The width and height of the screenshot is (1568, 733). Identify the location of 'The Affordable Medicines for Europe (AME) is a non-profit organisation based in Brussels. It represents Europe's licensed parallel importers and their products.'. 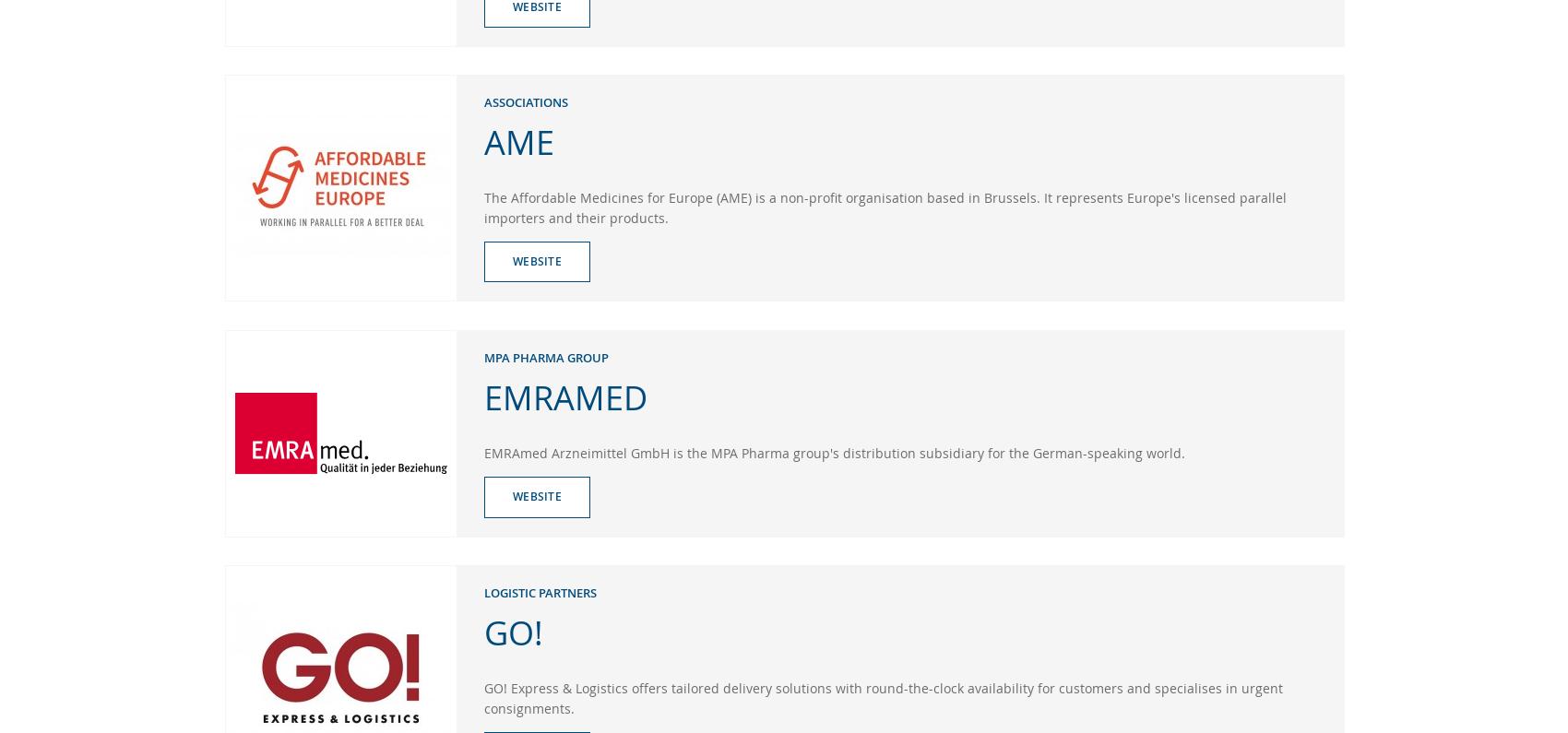
(884, 207).